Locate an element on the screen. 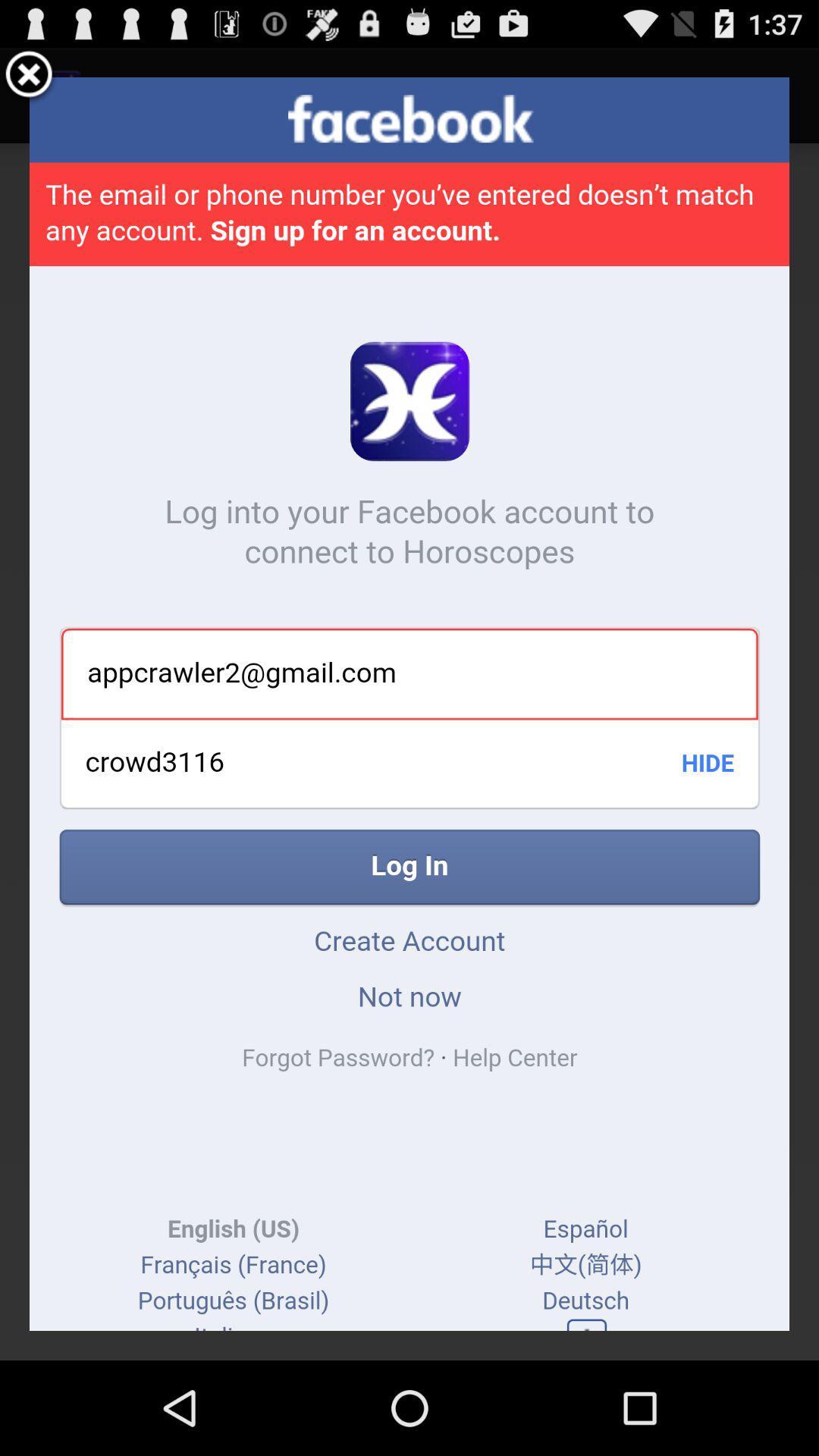 This screenshot has width=819, height=1456. the close icon is located at coordinates (29, 81).